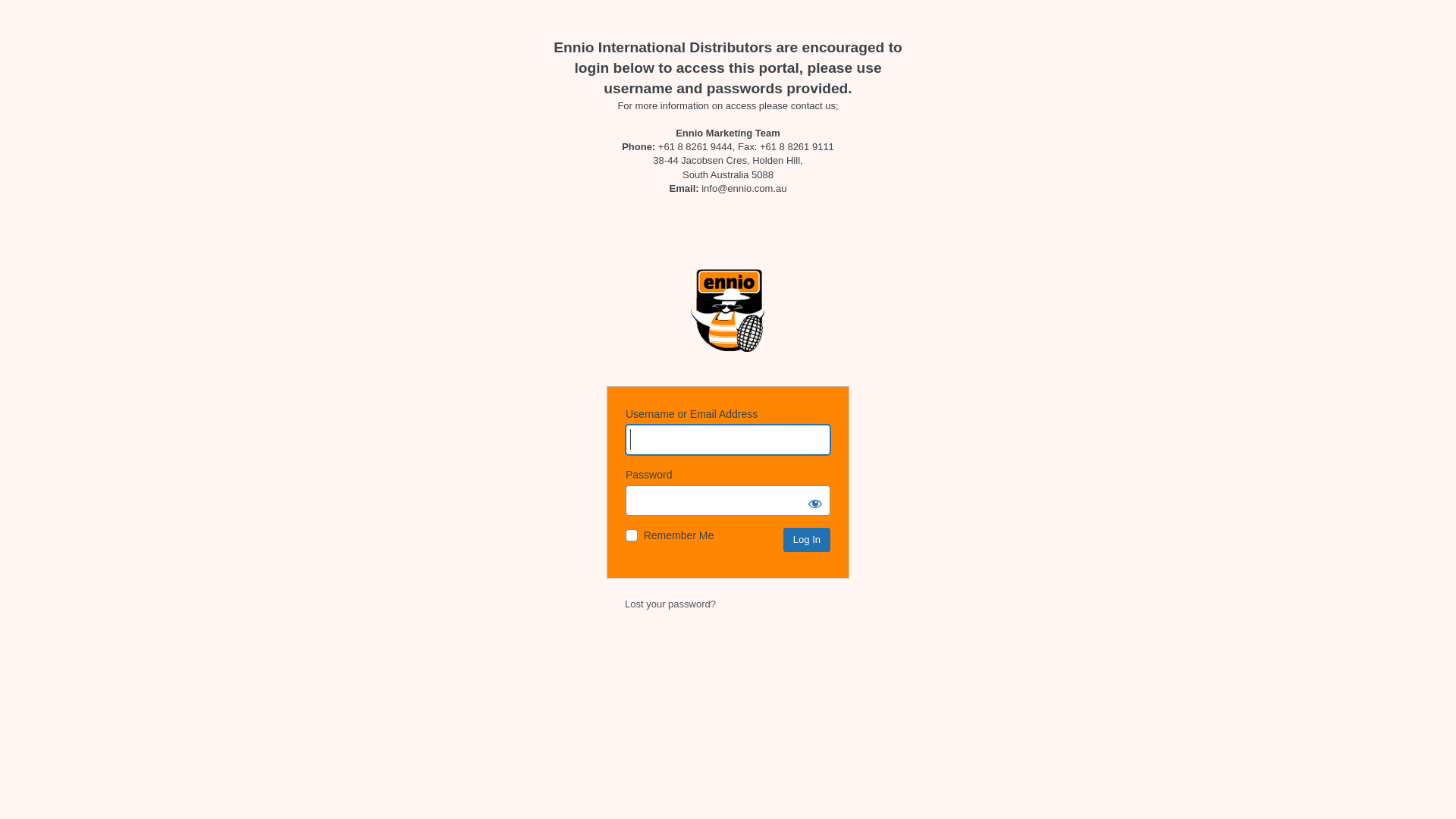 Image resolution: width=1456 pixels, height=819 pixels. I want to click on 'Log In', so click(783, 539).